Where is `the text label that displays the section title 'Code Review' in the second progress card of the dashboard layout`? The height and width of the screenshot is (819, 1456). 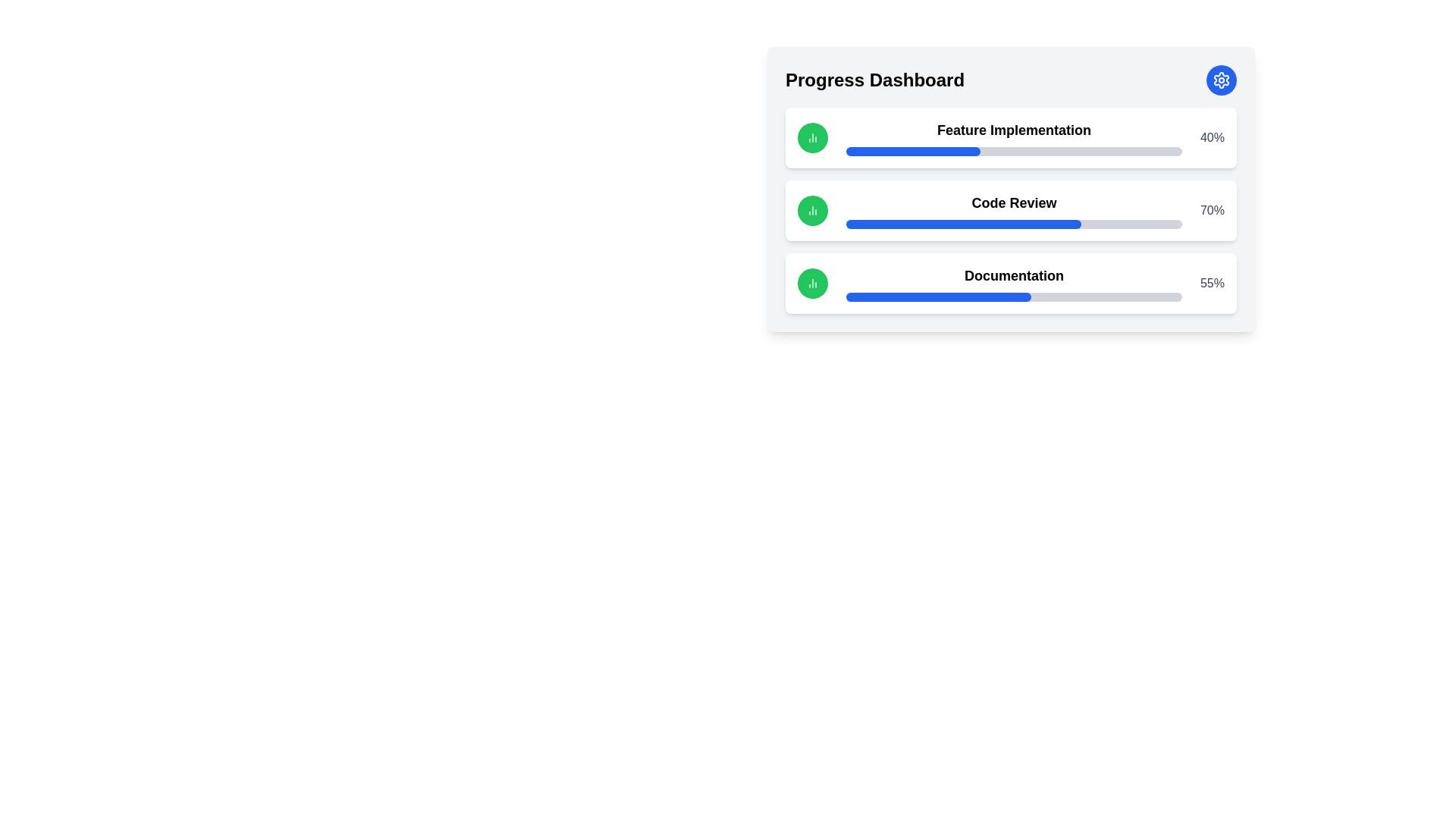
the text label that displays the section title 'Code Review' in the second progress card of the dashboard layout is located at coordinates (1014, 210).